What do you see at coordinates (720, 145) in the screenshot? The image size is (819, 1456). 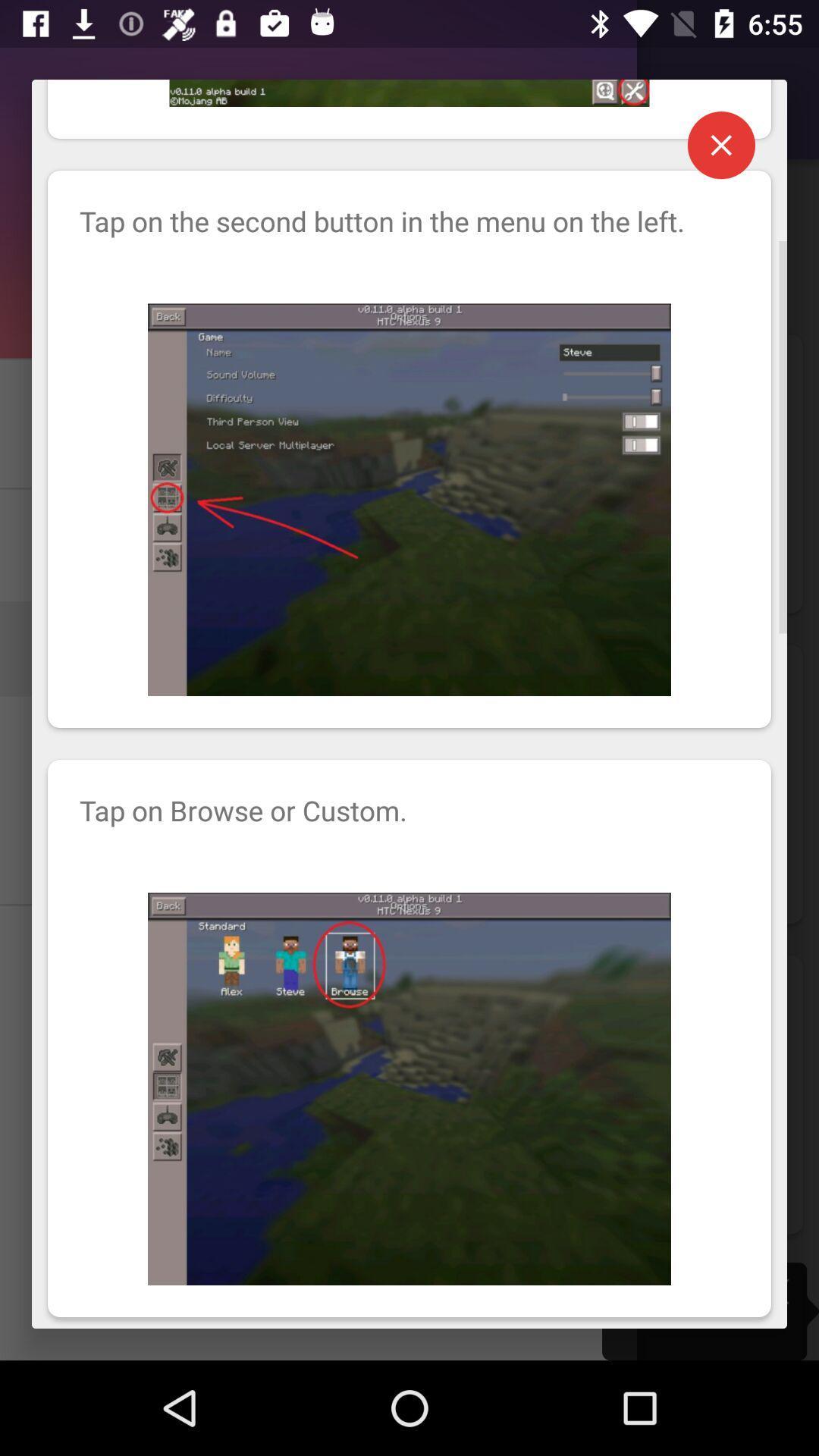 I see `item above tap on the item` at bounding box center [720, 145].